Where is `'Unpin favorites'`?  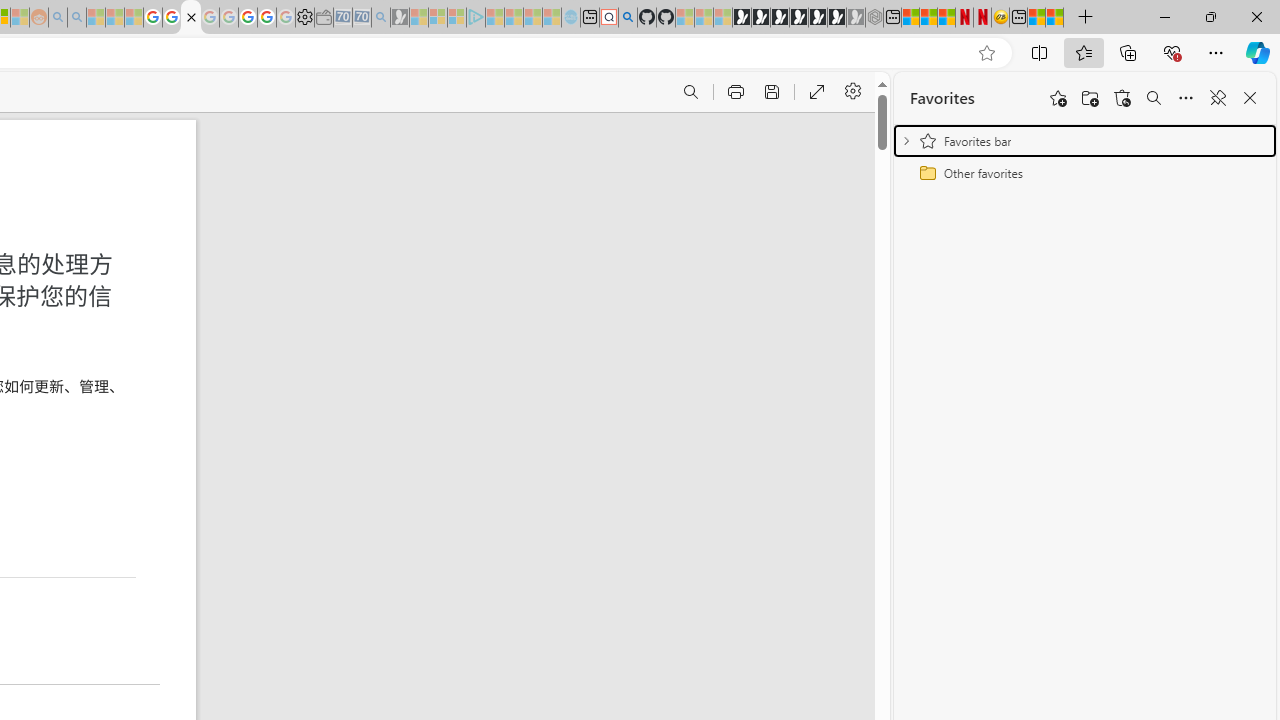 'Unpin favorites' is located at coordinates (1216, 98).